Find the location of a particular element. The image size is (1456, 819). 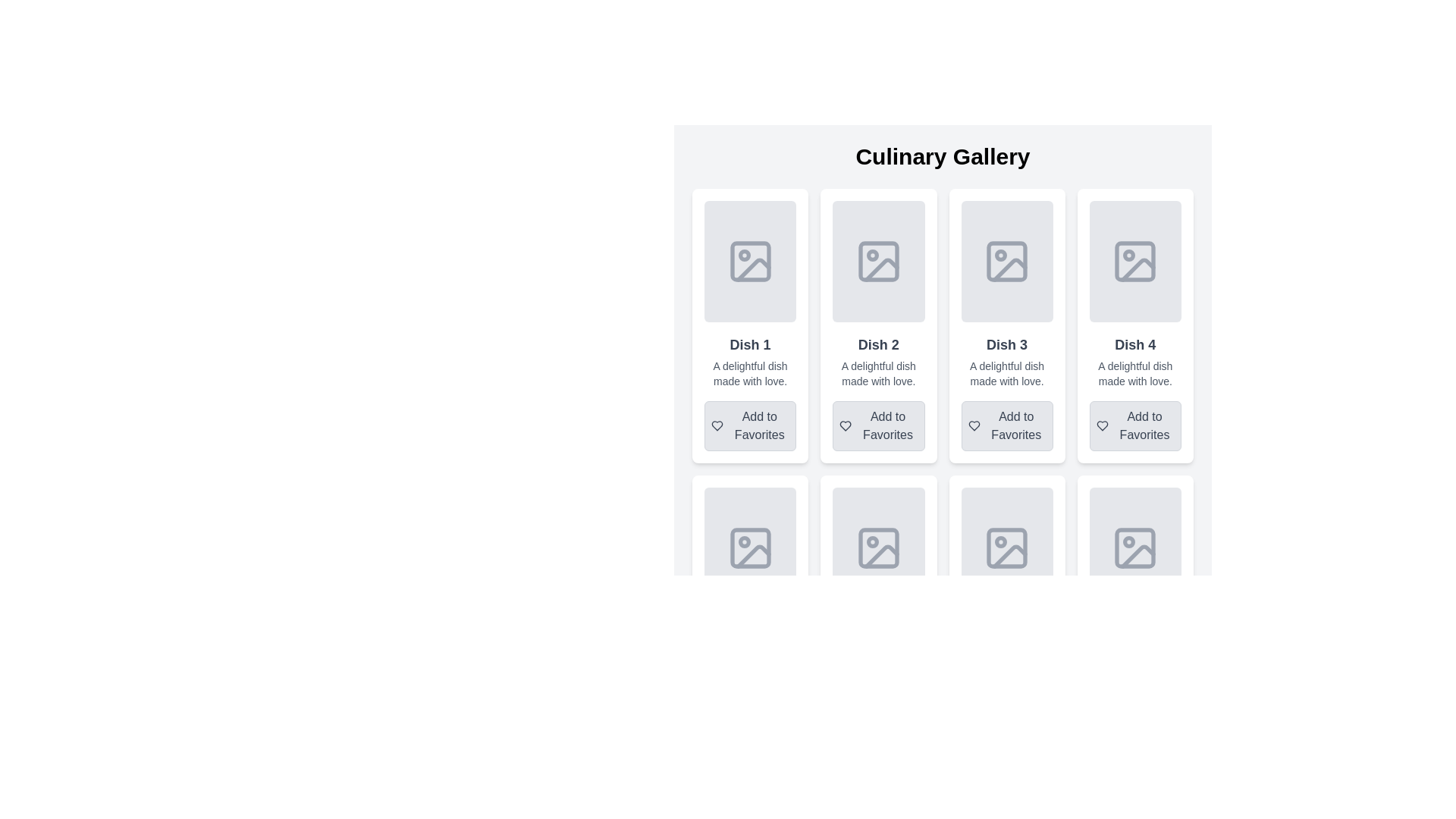

the small rectangle in the upper left region of the picture icon within the third card on the top row of the grid layout is located at coordinates (1007, 260).